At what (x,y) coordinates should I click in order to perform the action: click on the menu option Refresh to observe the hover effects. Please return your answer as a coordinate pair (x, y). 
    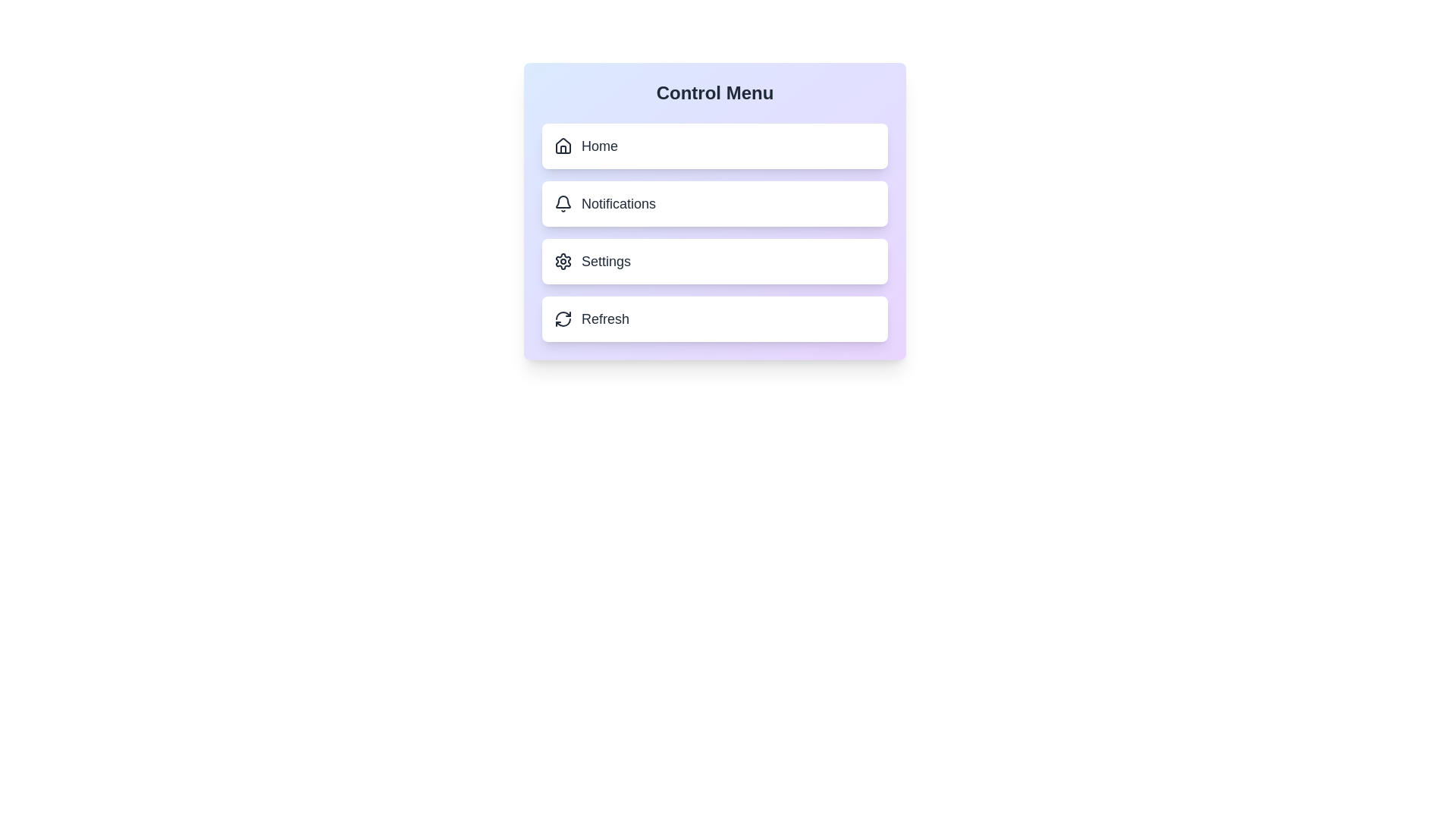
    Looking at the image, I should click on (714, 318).